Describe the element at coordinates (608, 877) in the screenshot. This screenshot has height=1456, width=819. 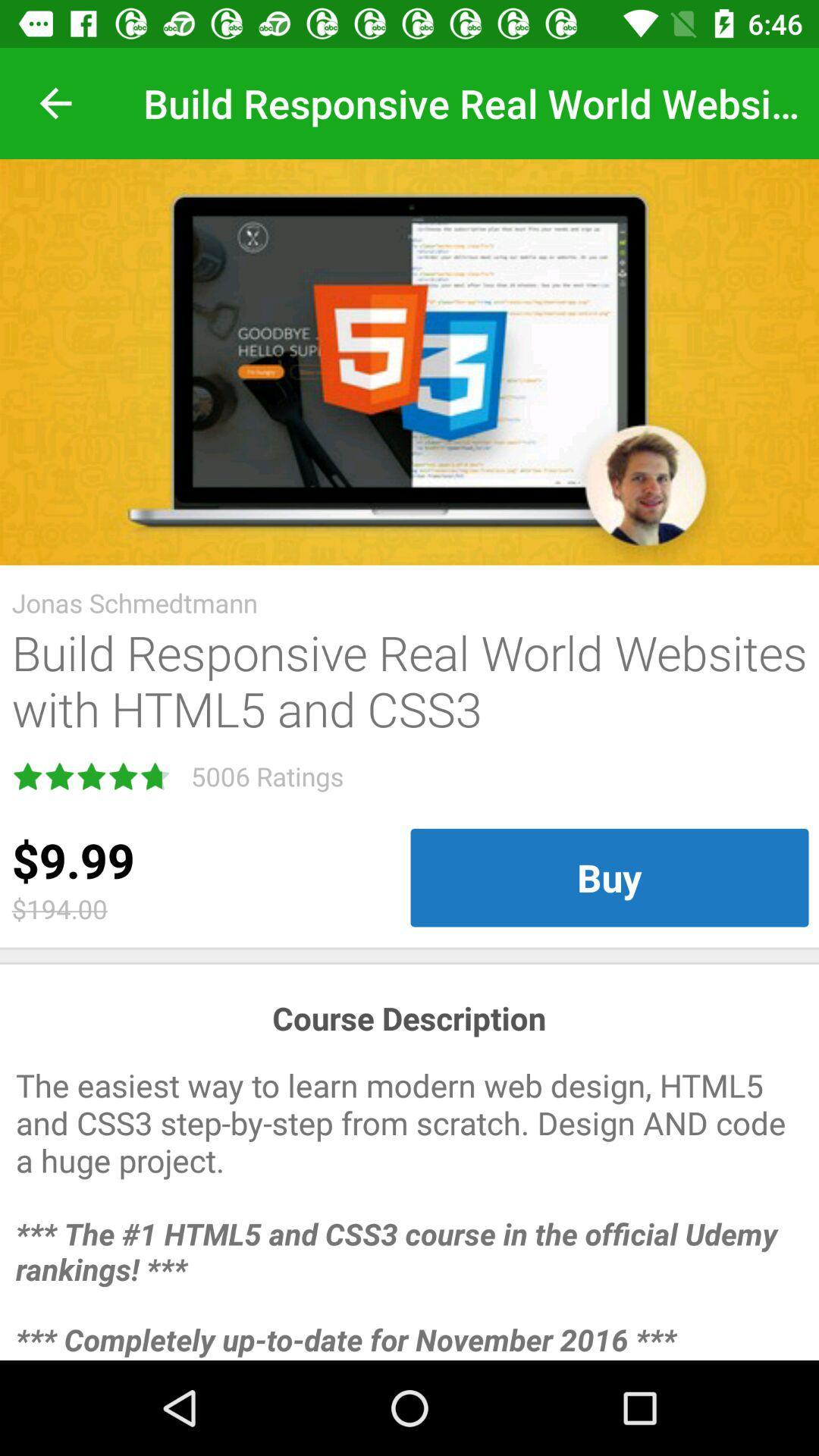
I see `the item next to the $9.99 icon` at that location.